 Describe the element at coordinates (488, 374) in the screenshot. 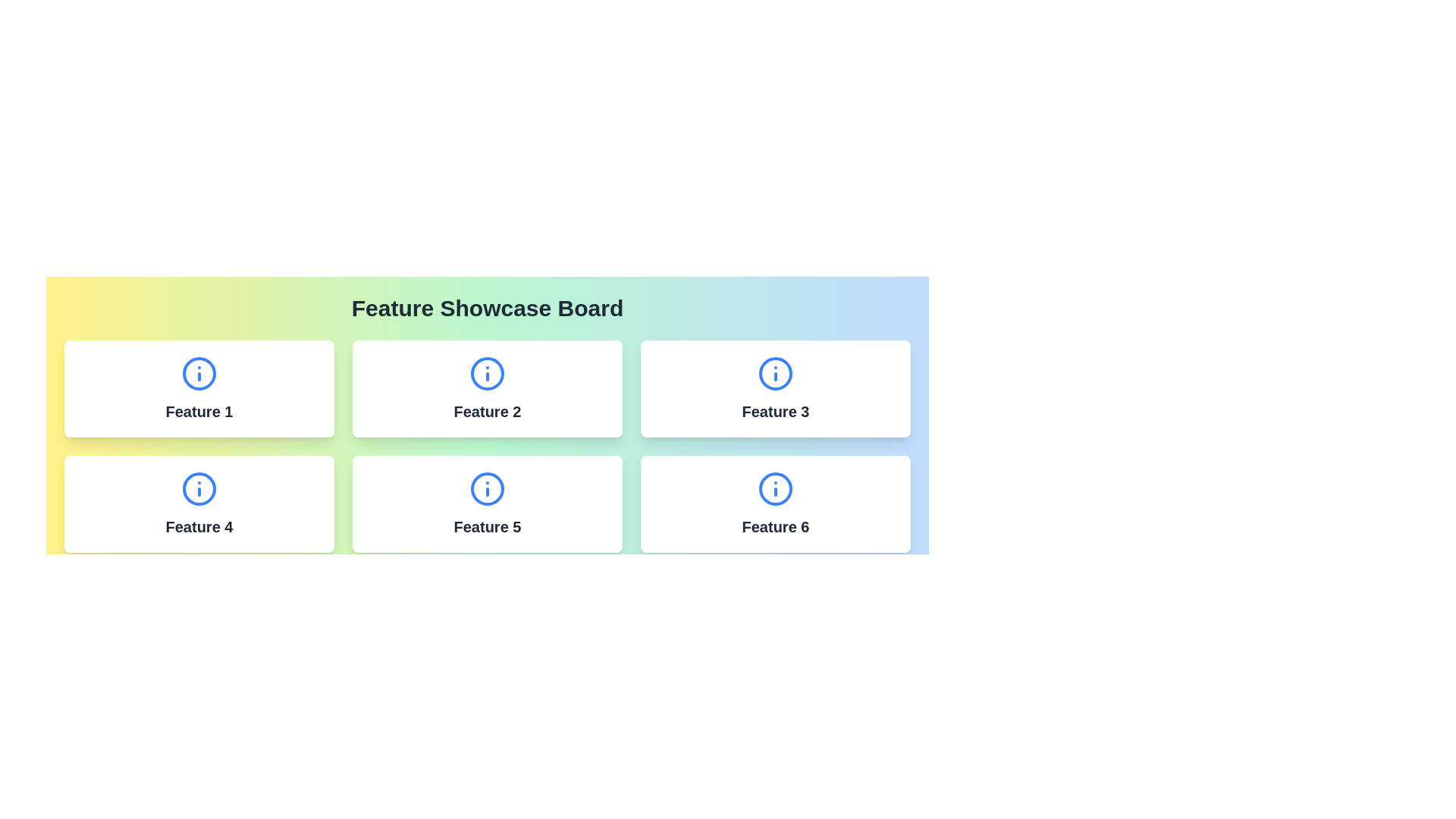

I see `the circular vector graphic in the second feature box, first row and second column, which serves as a visual indicator for information` at that location.